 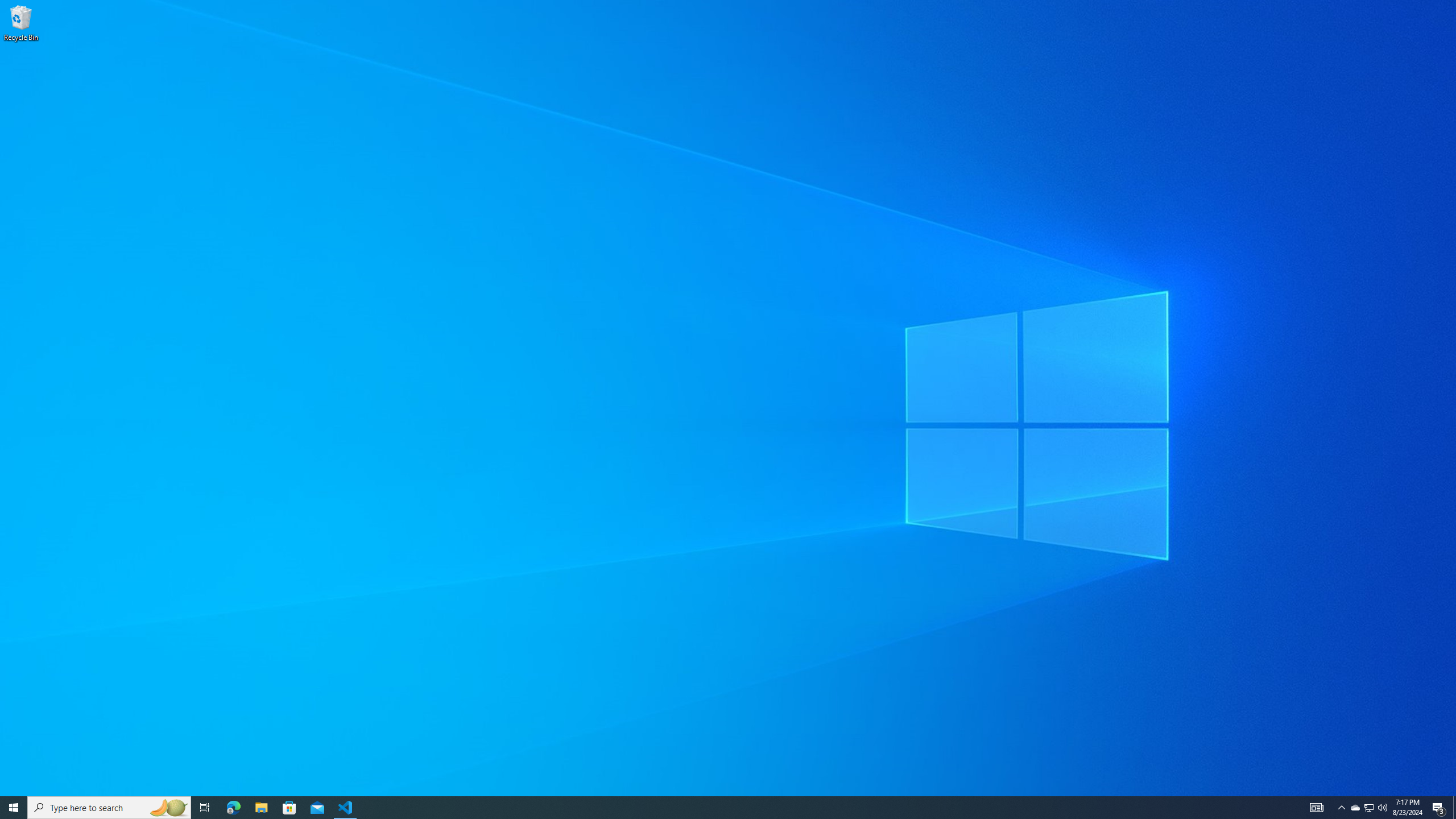 What do you see at coordinates (20, 22) in the screenshot?
I see `'Recycle Bin'` at bounding box center [20, 22].